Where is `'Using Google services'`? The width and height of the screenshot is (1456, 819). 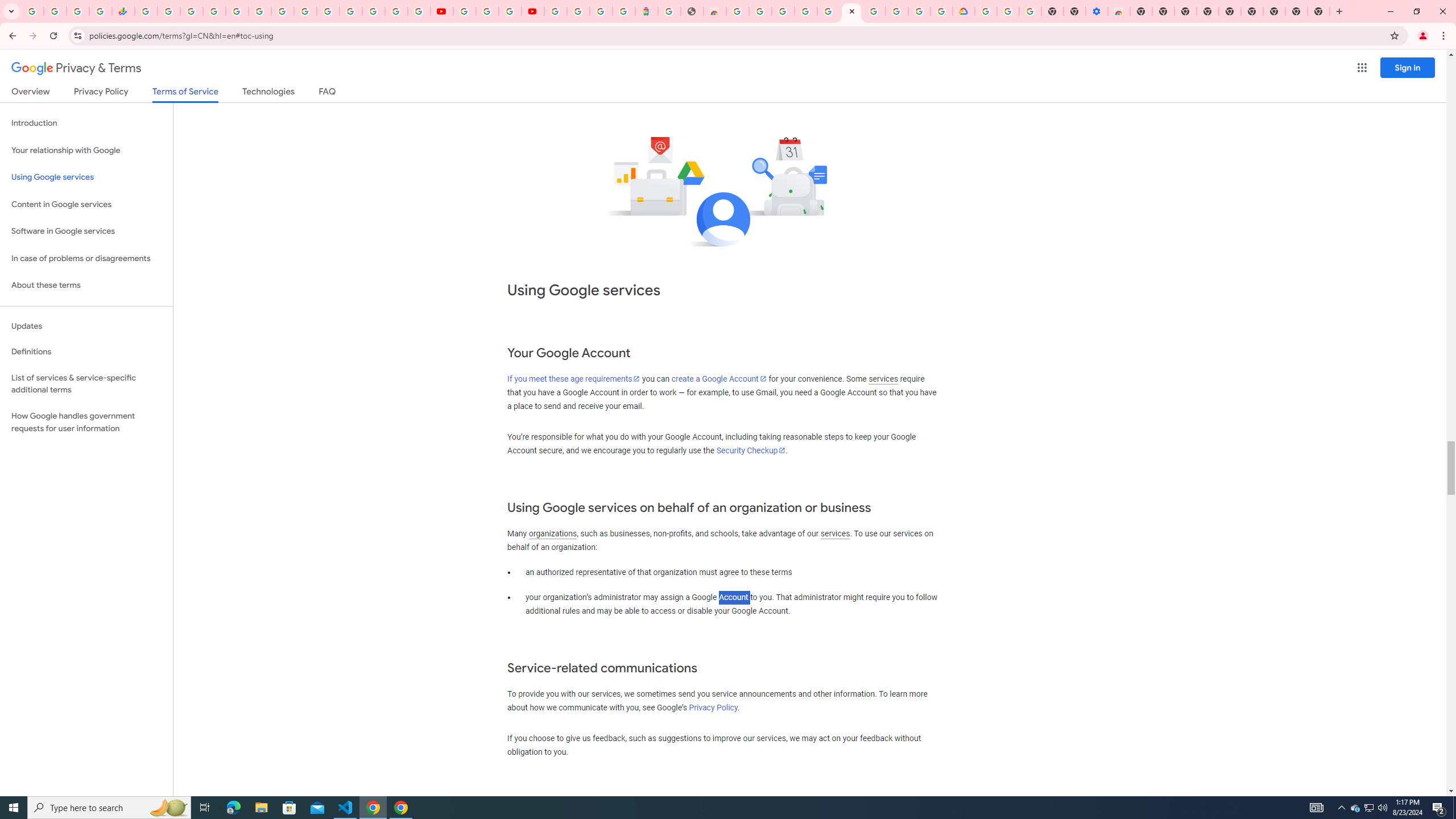
'Using Google services' is located at coordinates (86, 176).